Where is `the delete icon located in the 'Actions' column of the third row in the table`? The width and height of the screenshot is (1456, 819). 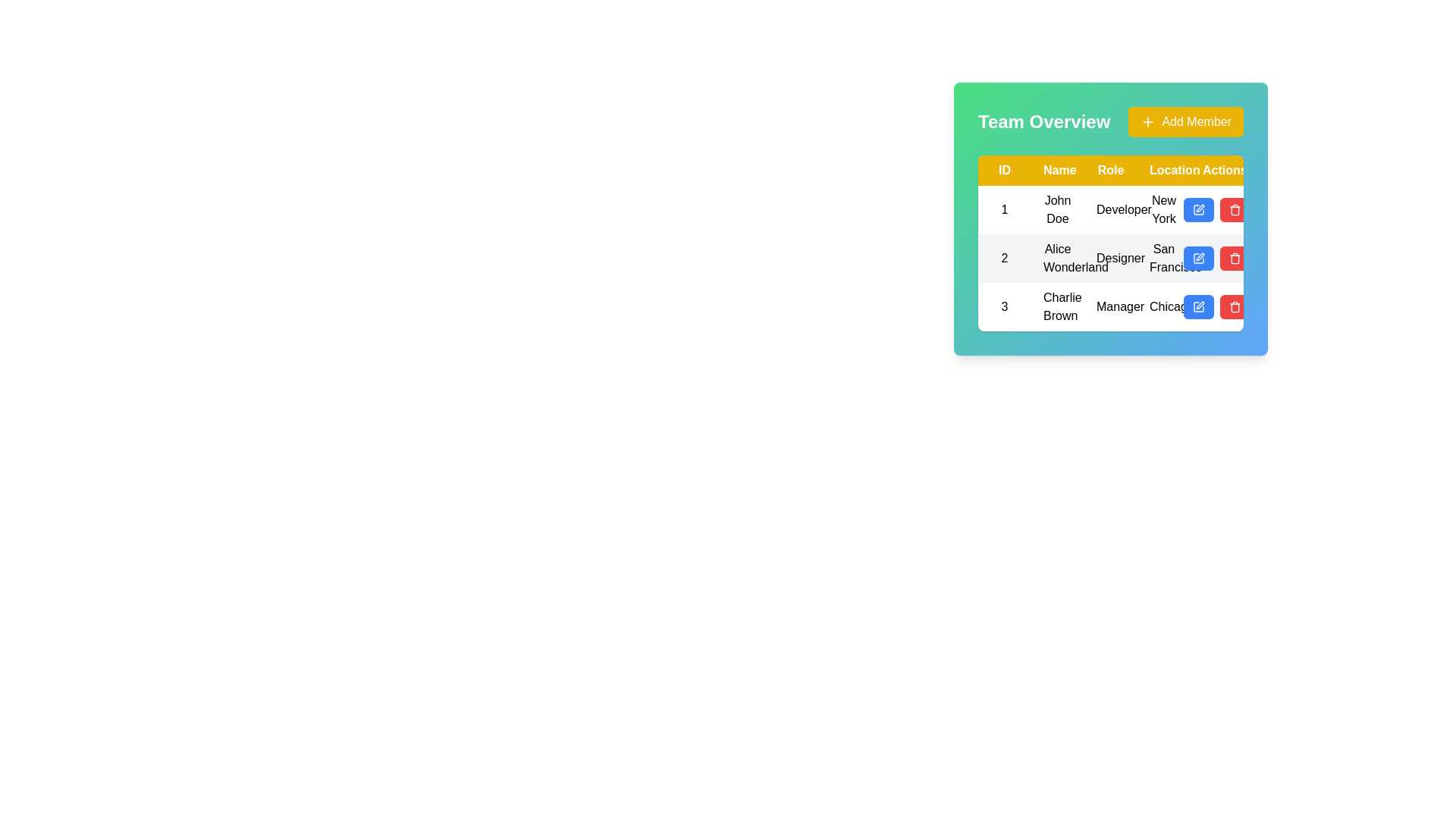
the delete icon located in the 'Actions' column of the third row in the table is located at coordinates (1235, 307).